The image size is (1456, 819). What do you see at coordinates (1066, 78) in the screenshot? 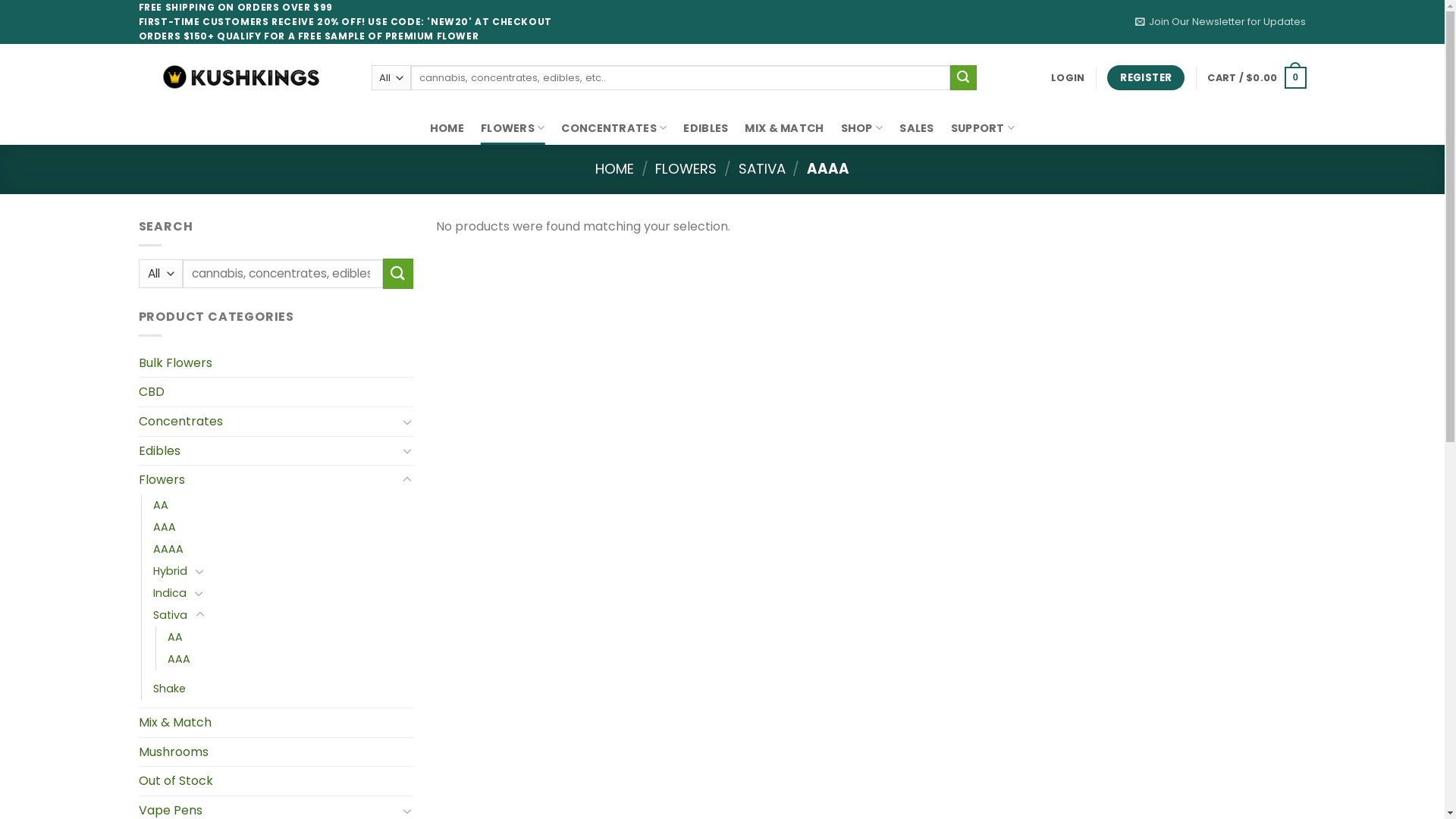
I see `'LOGIN'` at bounding box center [1066, 78].